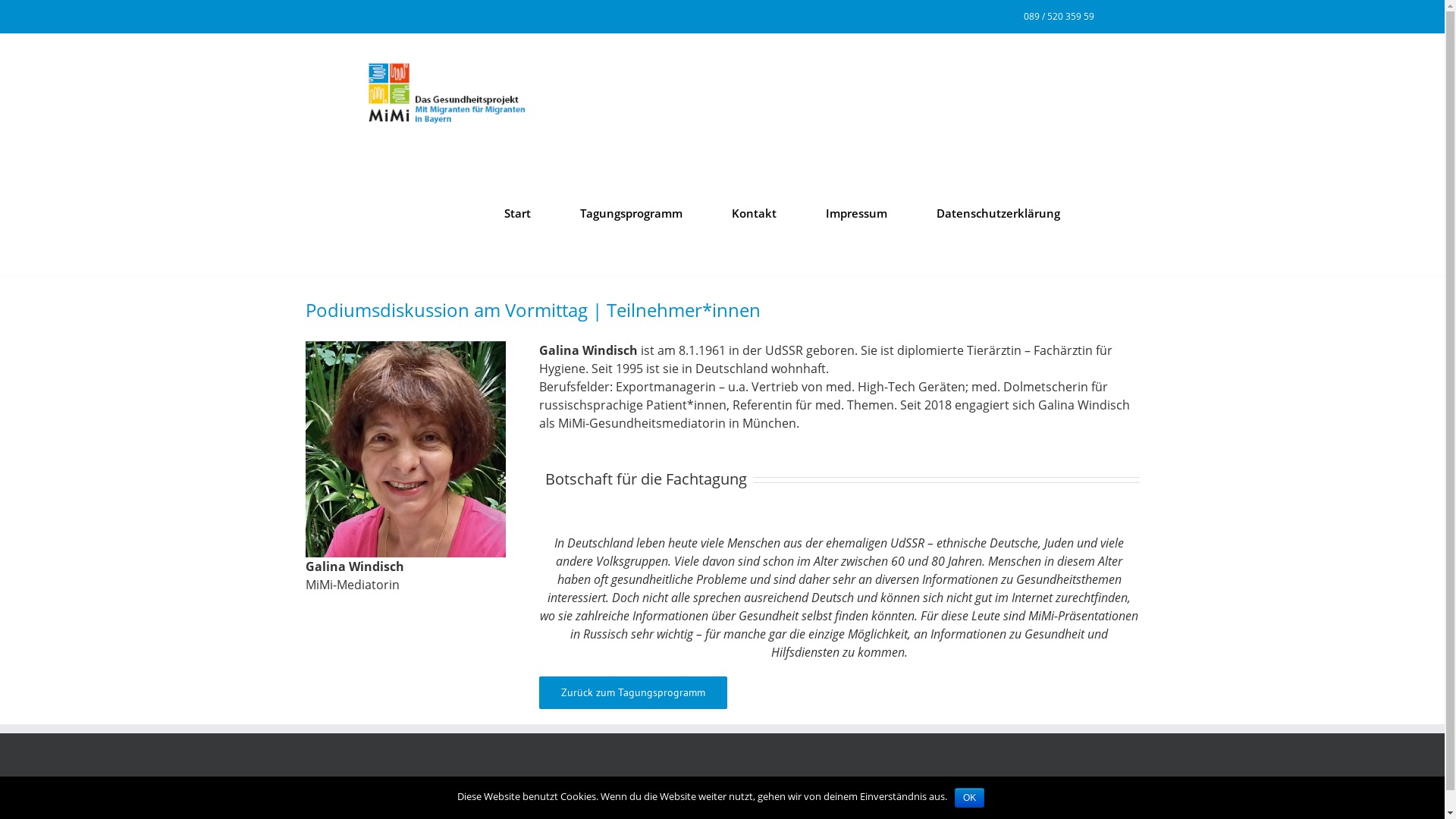 The height and width of the screenshot is (819, 1456). I want to click on 'windisch', so click(404, 448).